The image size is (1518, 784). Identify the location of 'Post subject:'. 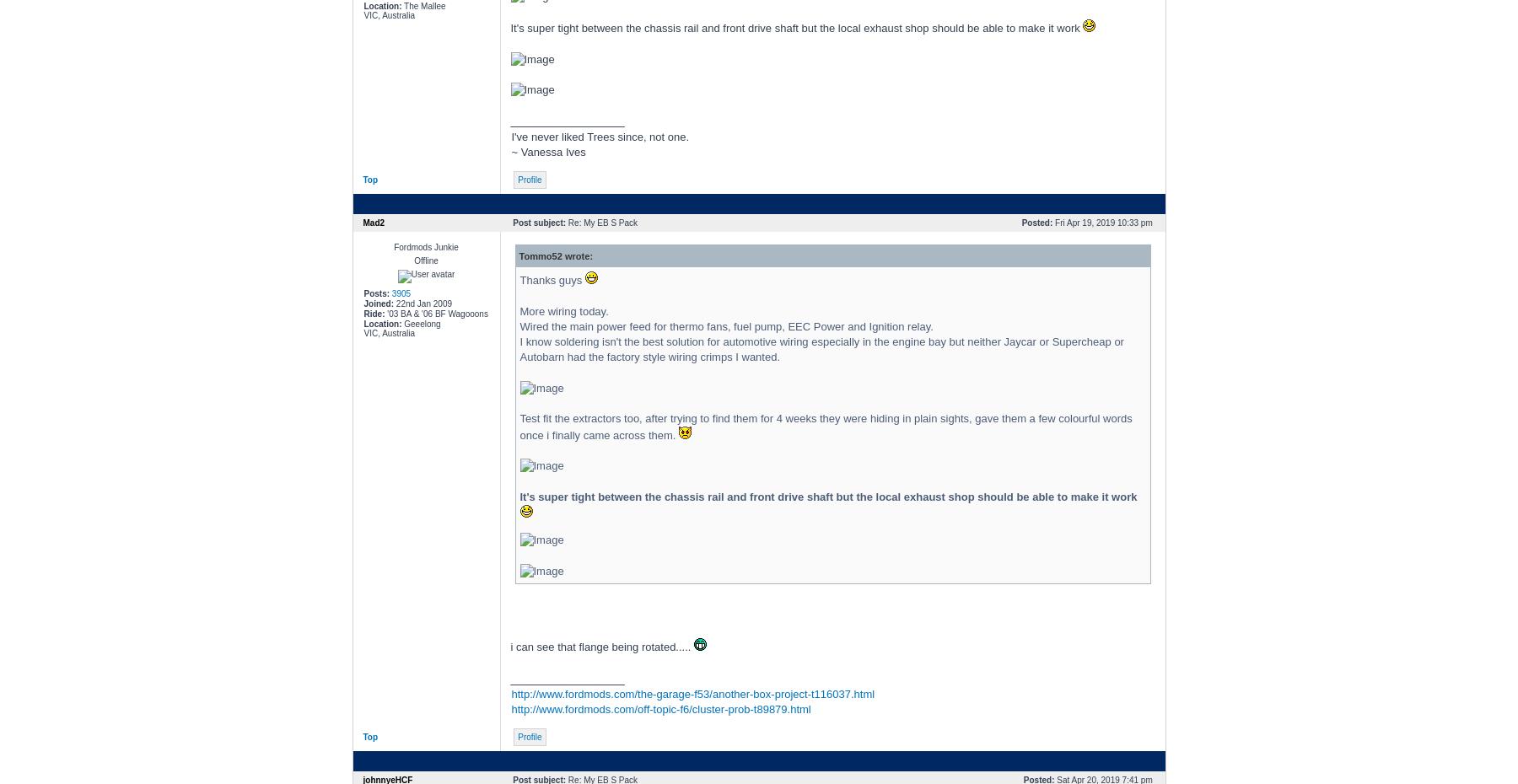
(539, 223).